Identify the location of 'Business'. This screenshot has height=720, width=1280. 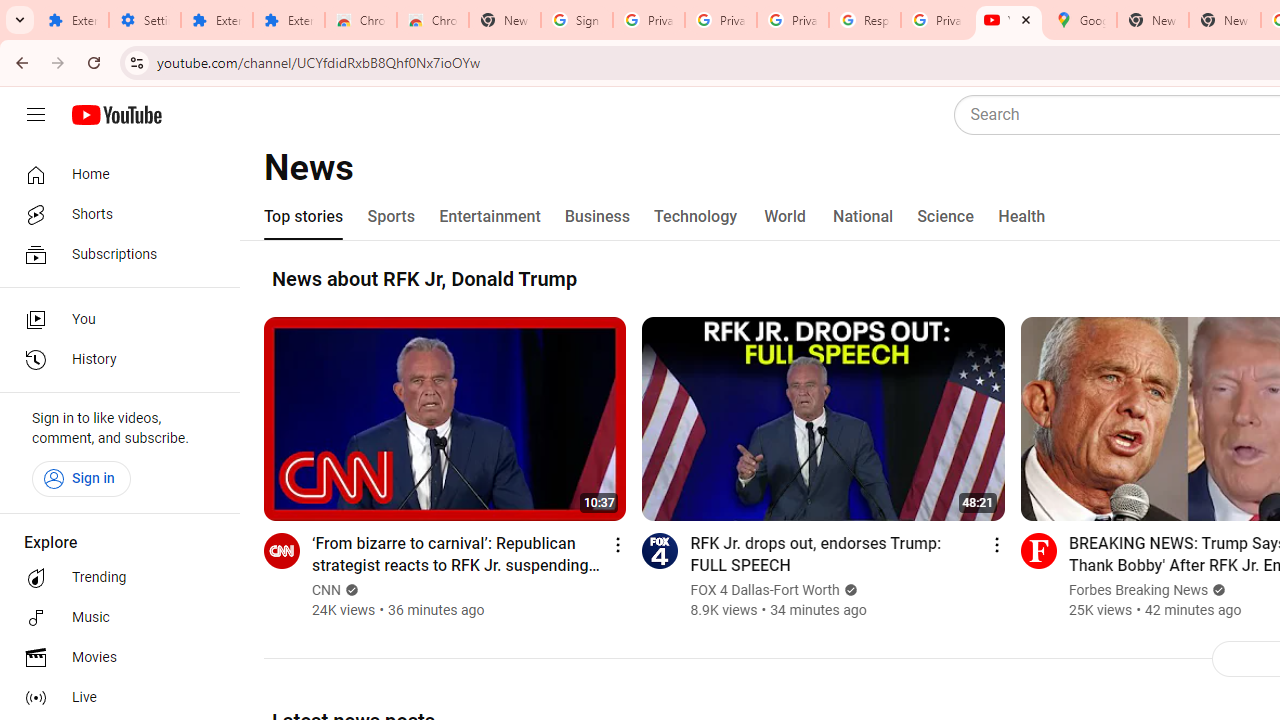
(596, 217).